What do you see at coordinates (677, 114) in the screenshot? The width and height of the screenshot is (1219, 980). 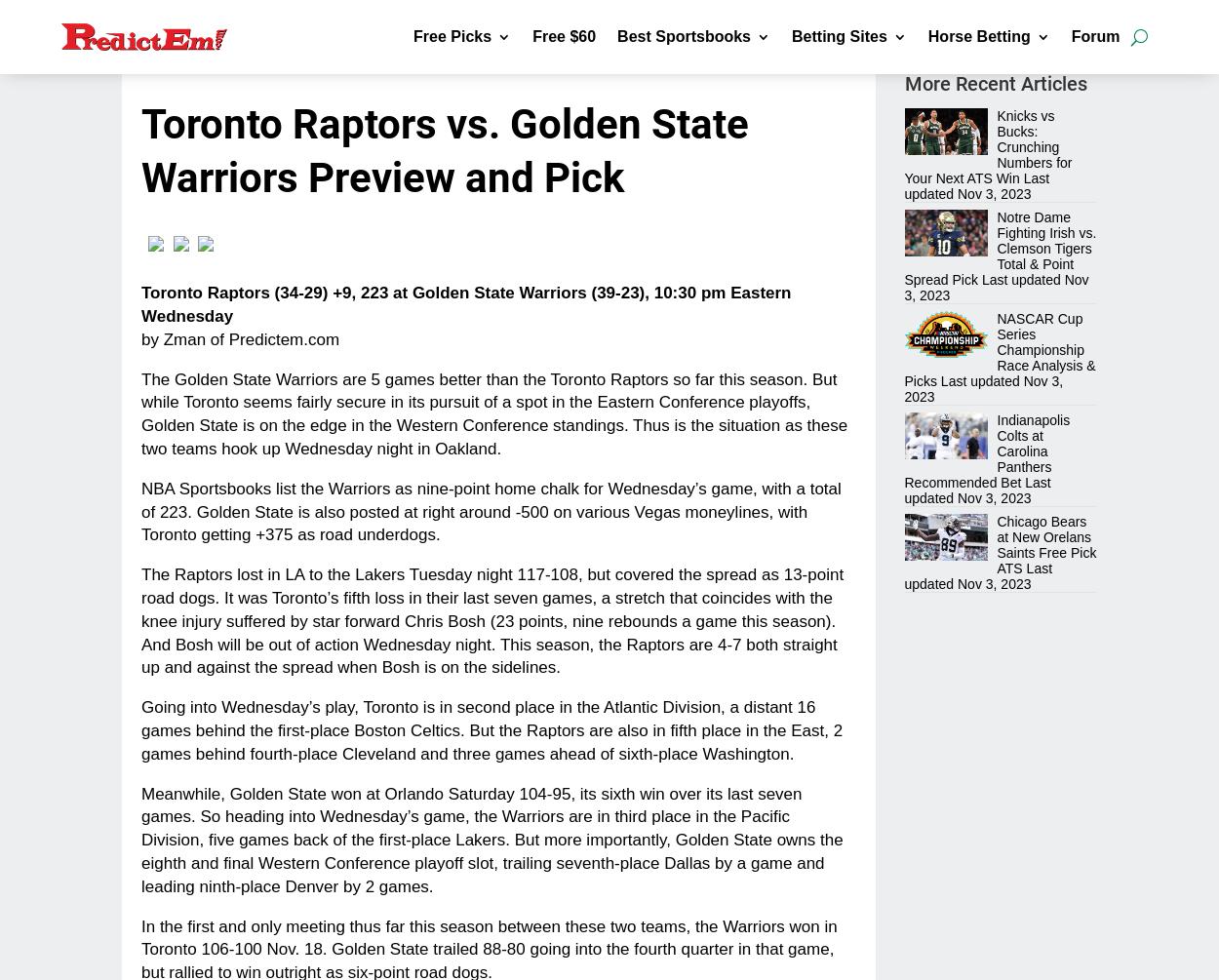 I see `'Bonuses'` at bounding box center [677, 114].